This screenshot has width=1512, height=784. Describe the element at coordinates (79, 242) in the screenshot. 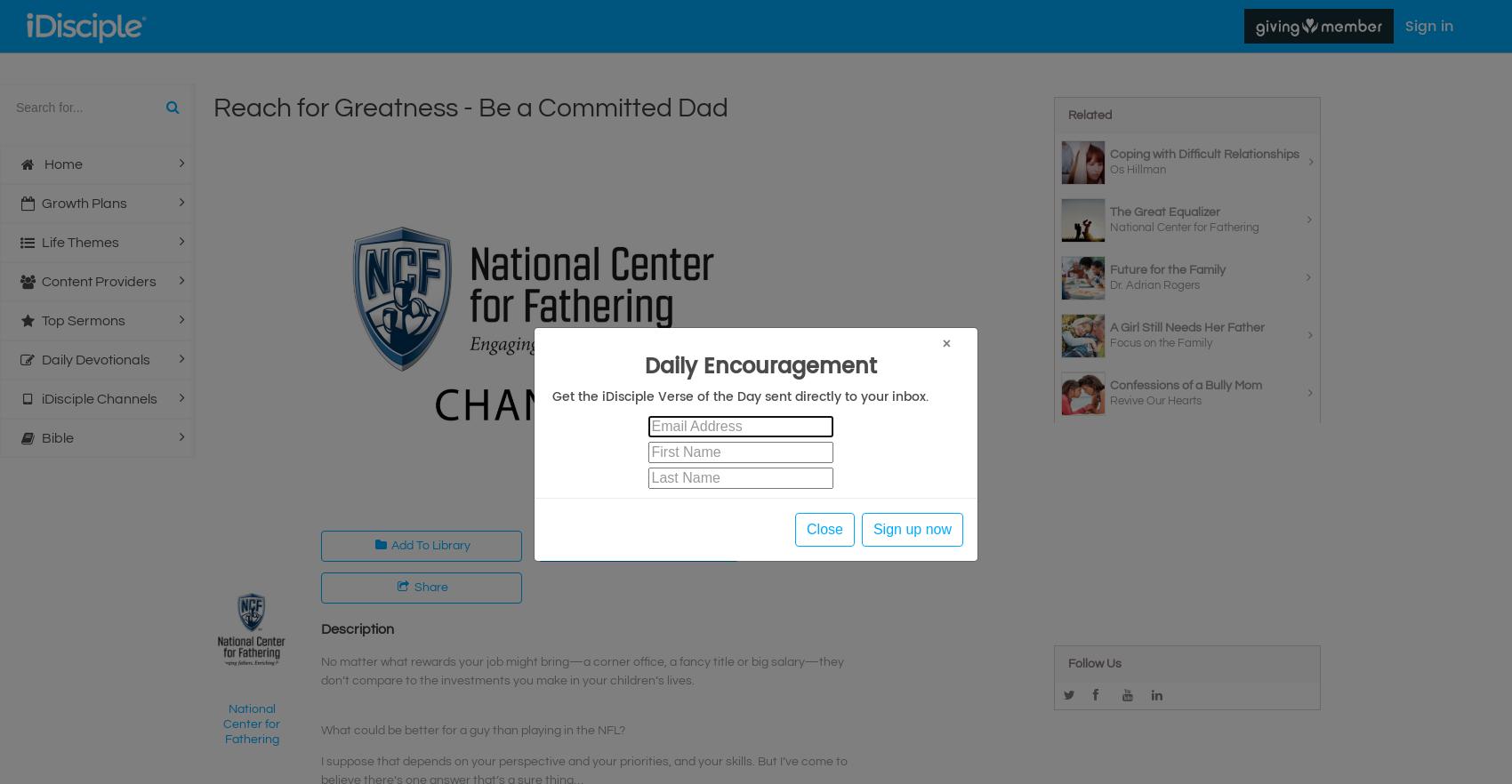

I see `'Life Themes'` at that location.